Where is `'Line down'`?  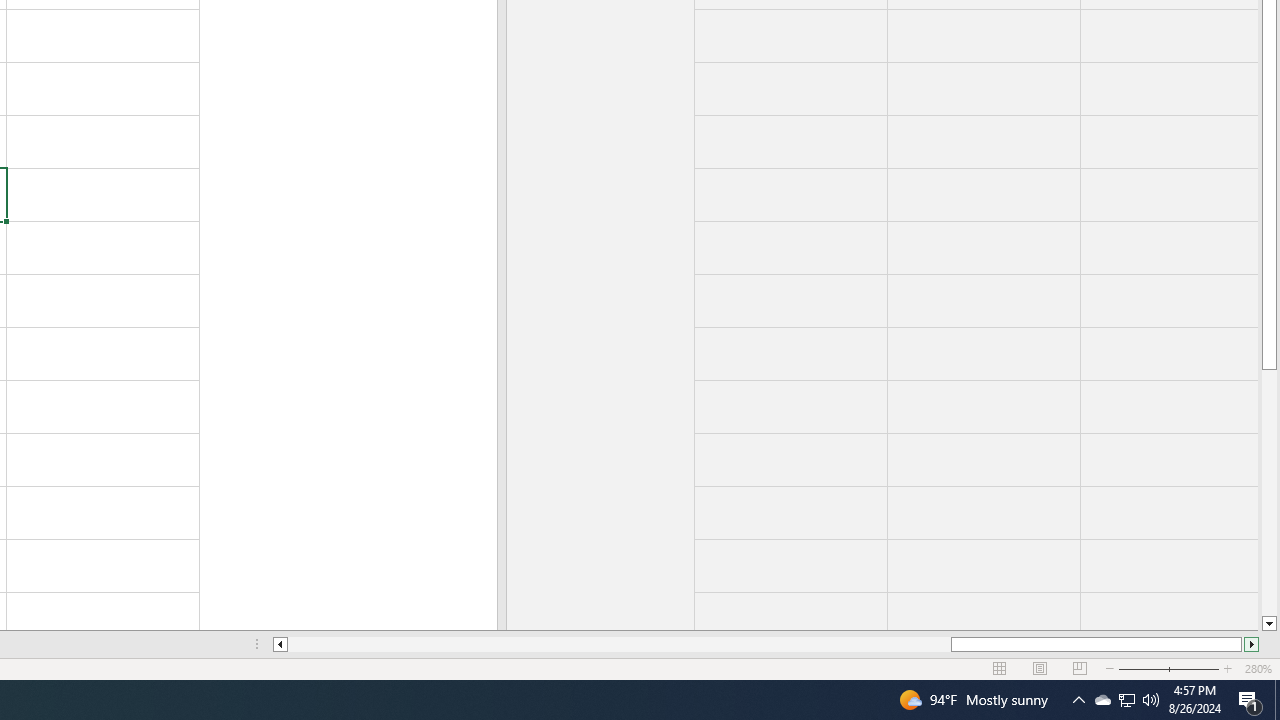 'Line down' is located at coordinates (1268, 623).